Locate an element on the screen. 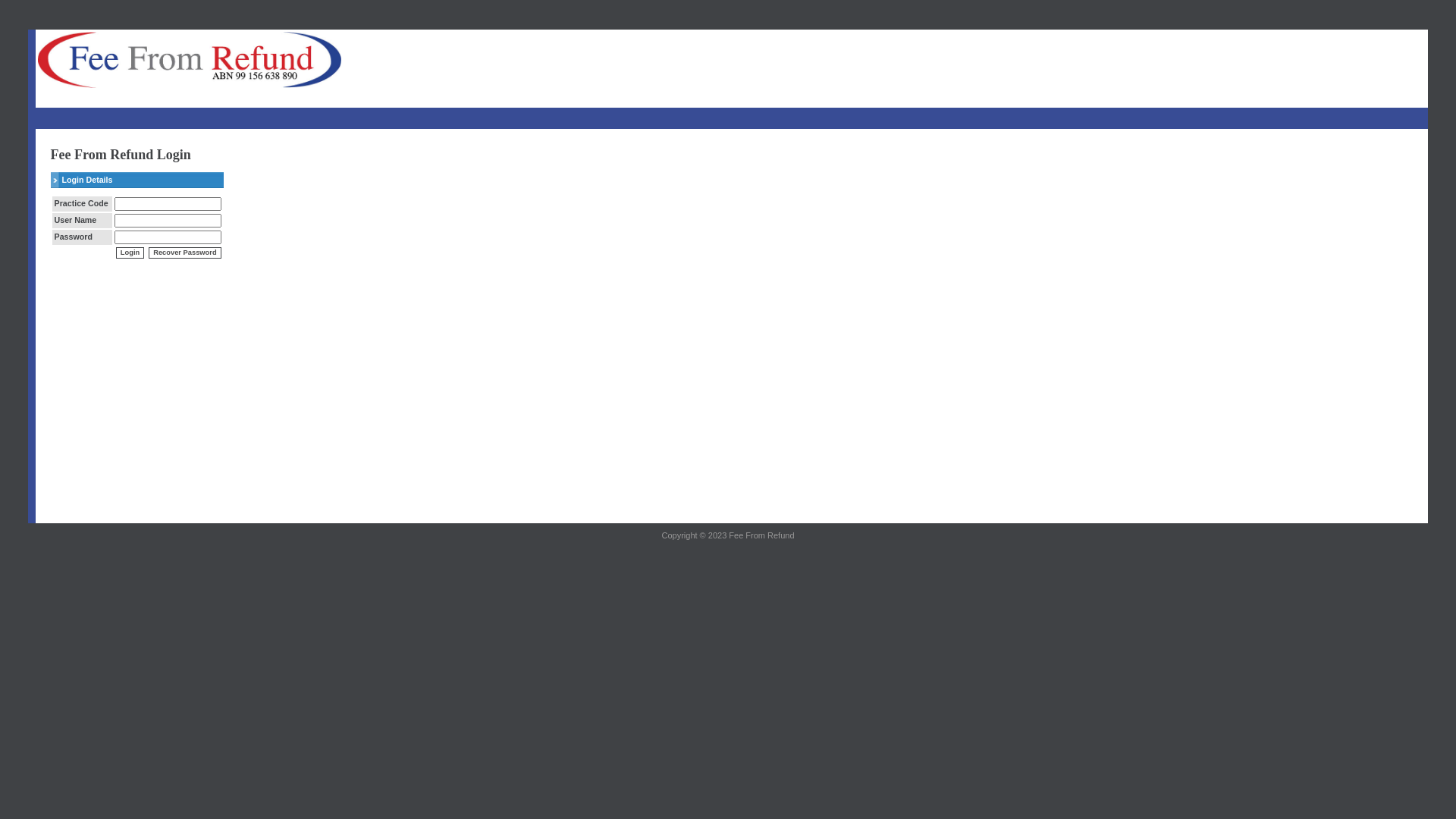 The image size is (1456, 819). 'Recover Password' is located at coordinates (184, 252).